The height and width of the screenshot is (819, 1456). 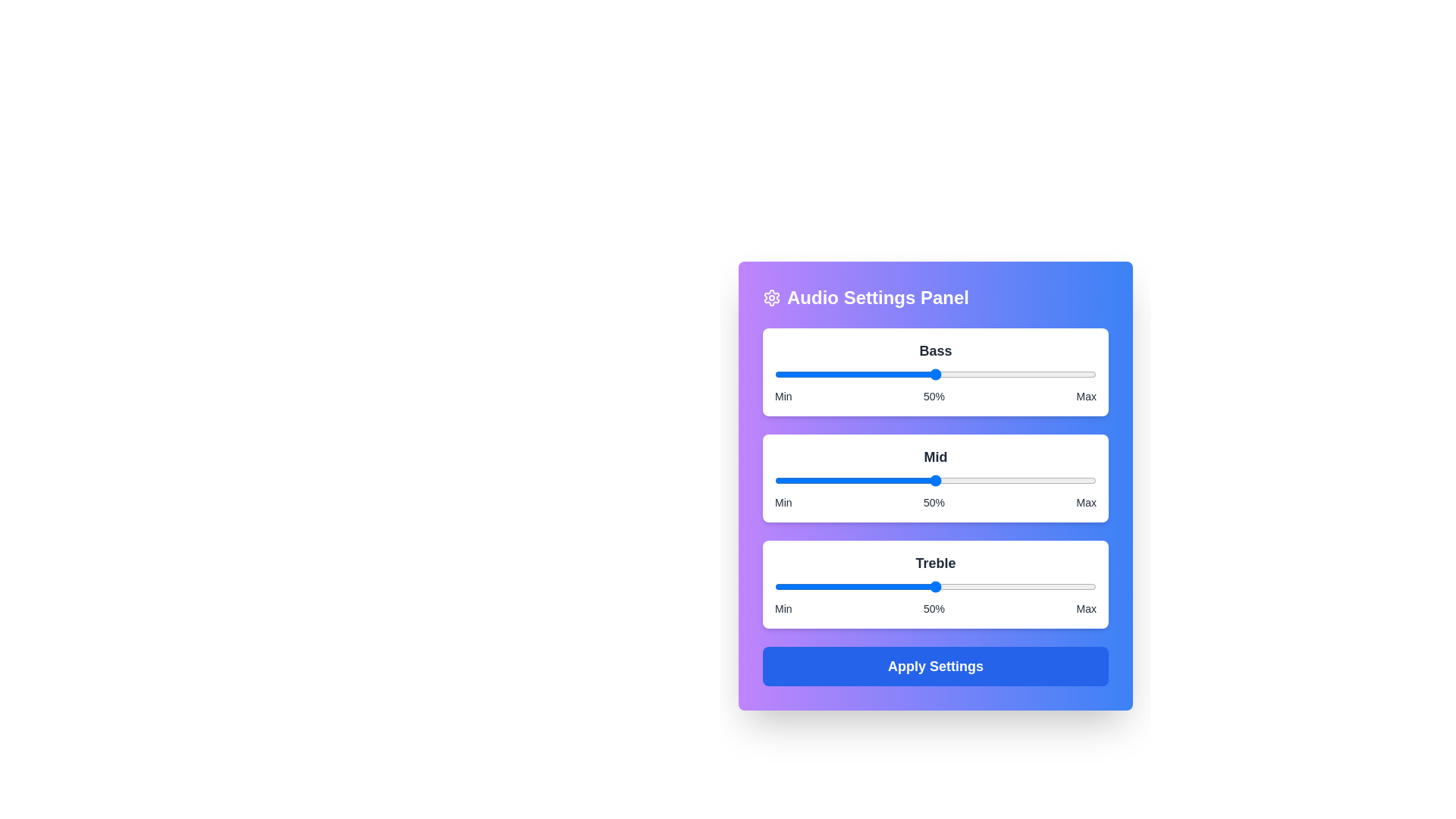 What do you see at coordinates (771, 298) in the screenshot?
I see `the cogwheel icon located in the title section of the 'Audio Settings Panel'` at bounding box center [771, 298].